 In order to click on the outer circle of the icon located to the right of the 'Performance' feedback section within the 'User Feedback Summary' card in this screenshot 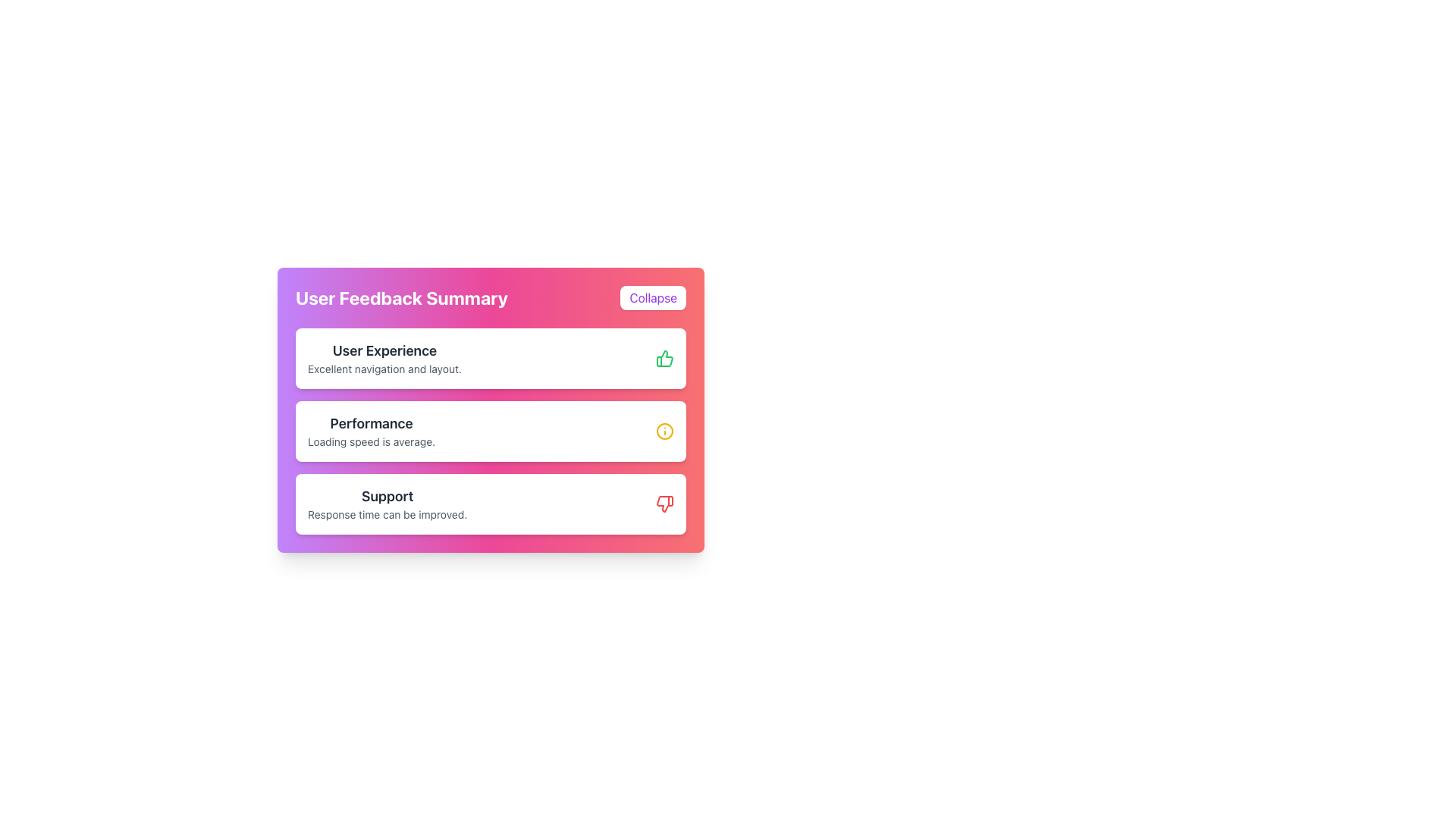, I will do `click(665, 431)`.